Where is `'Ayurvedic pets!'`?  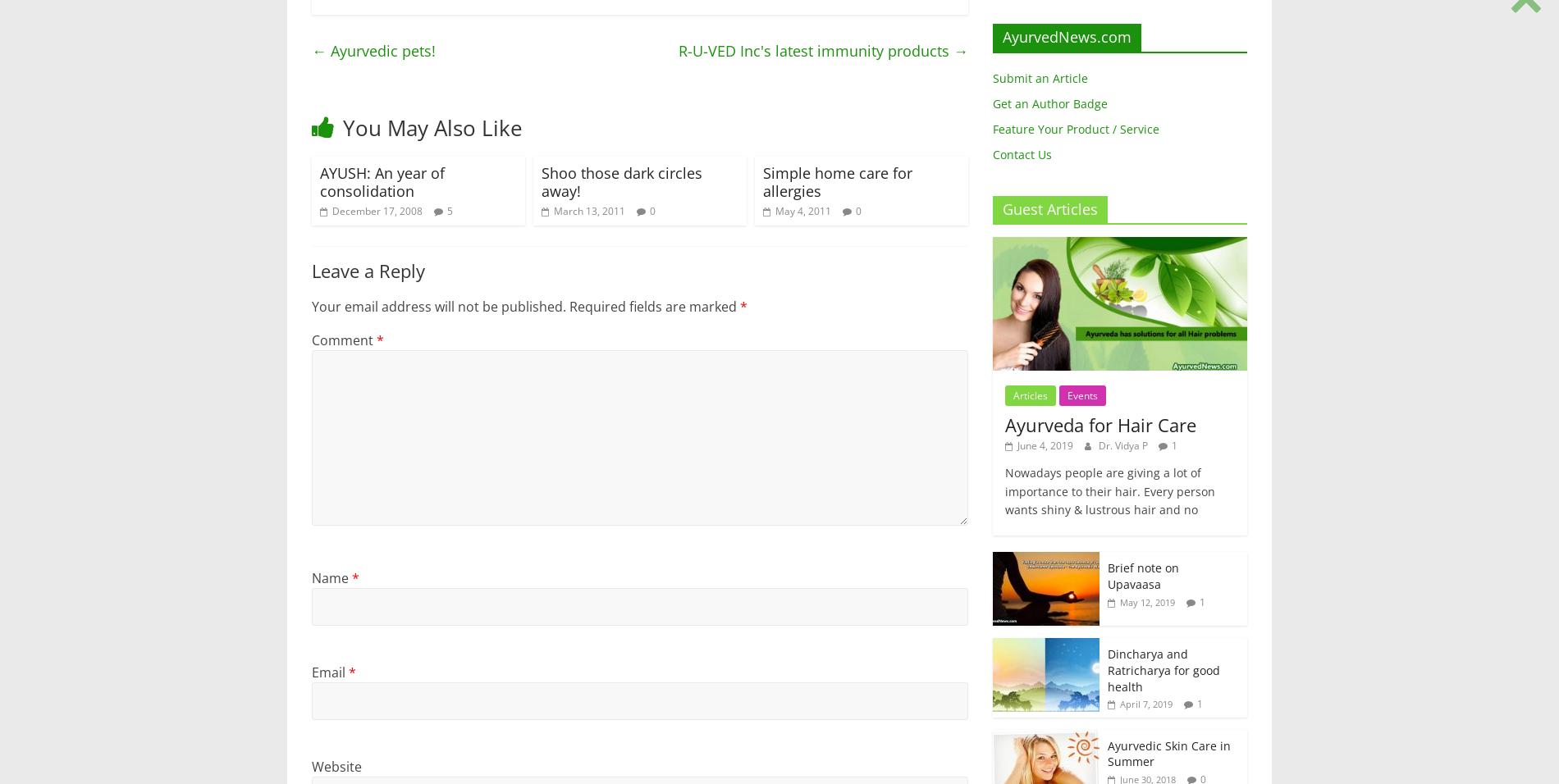 'Ayurvedic pets!' is located at coordinates (380, 50).